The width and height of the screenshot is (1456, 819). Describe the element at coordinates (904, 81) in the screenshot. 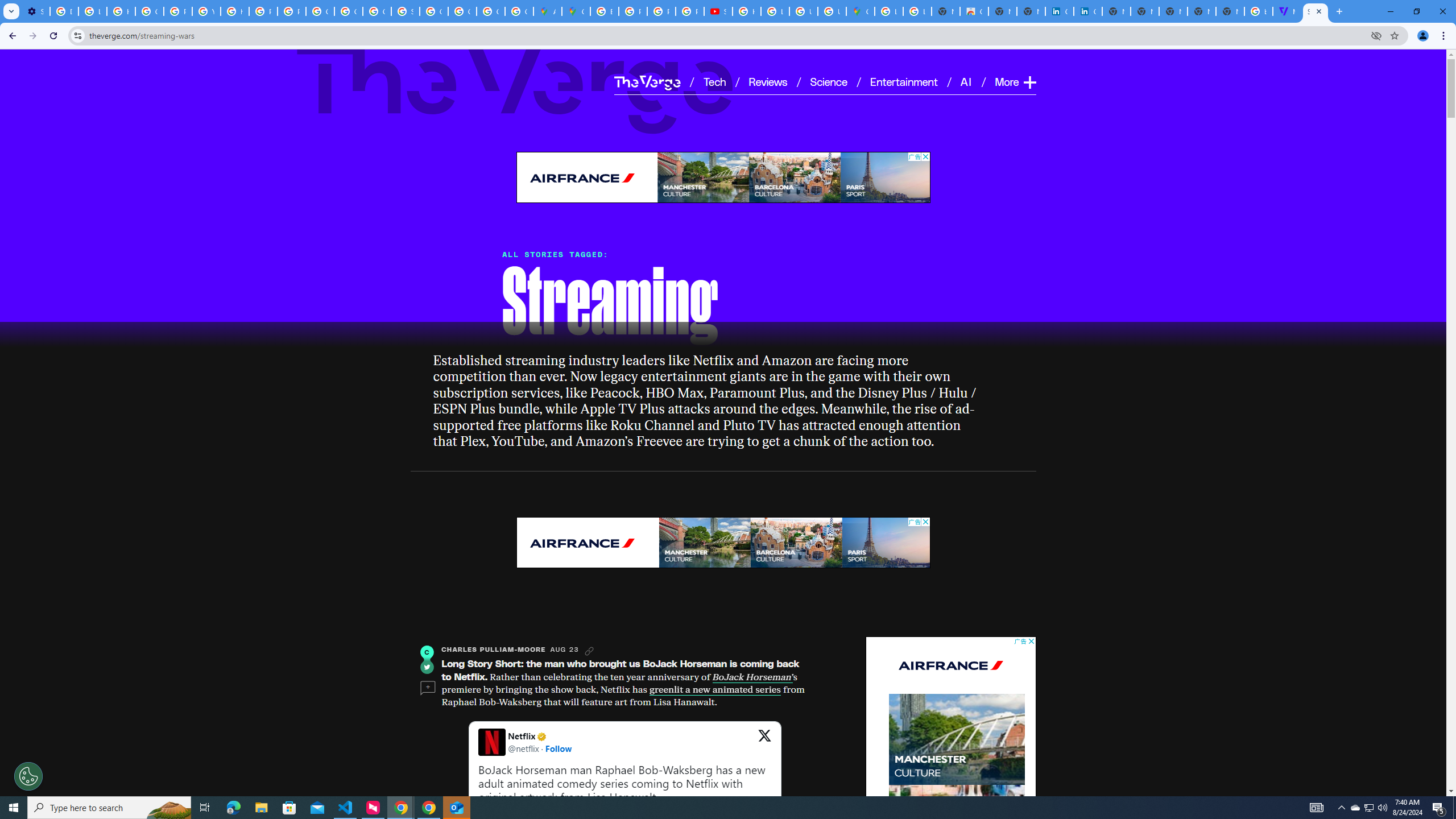

I see `'Entertainment'` at that location.